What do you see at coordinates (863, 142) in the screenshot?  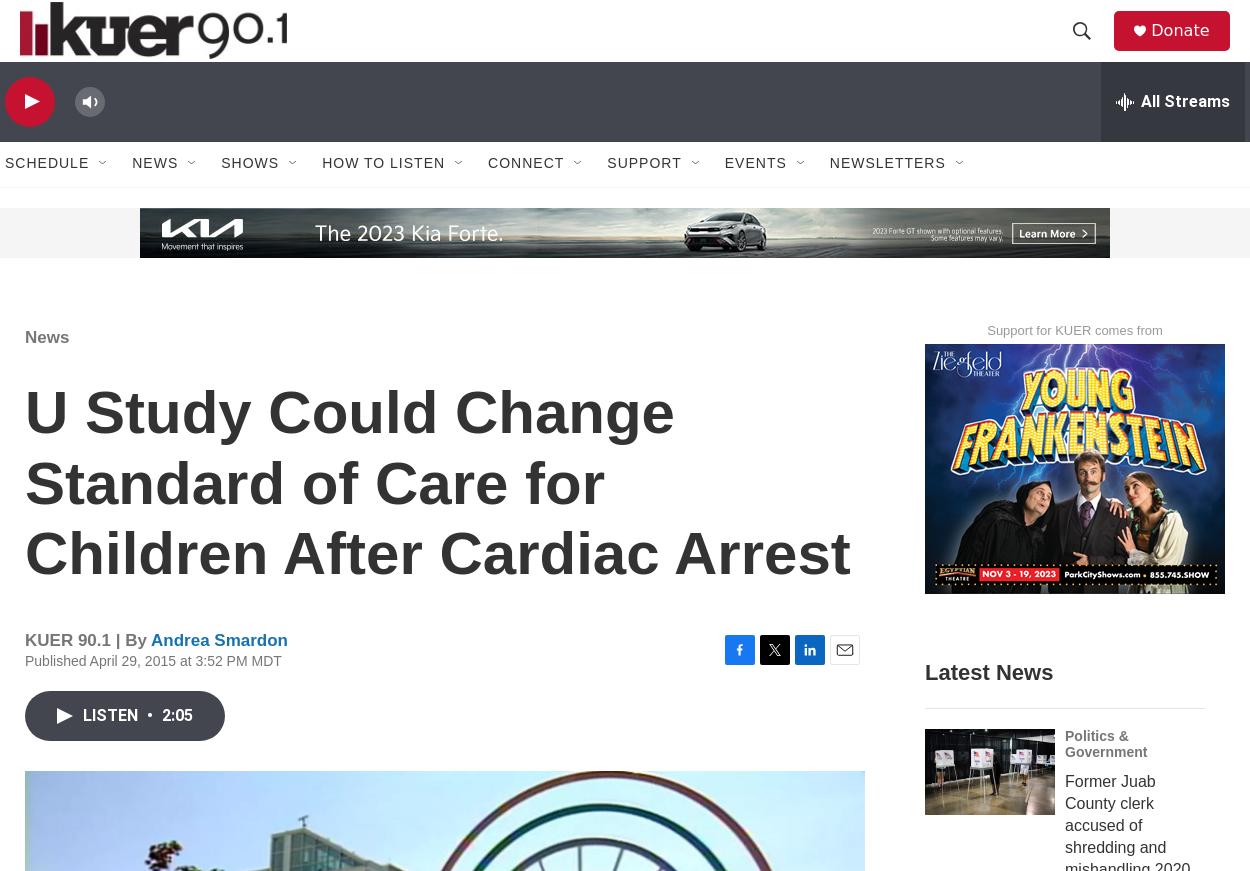 I see `'10:00 PM'` at bounding box center [863, 142].